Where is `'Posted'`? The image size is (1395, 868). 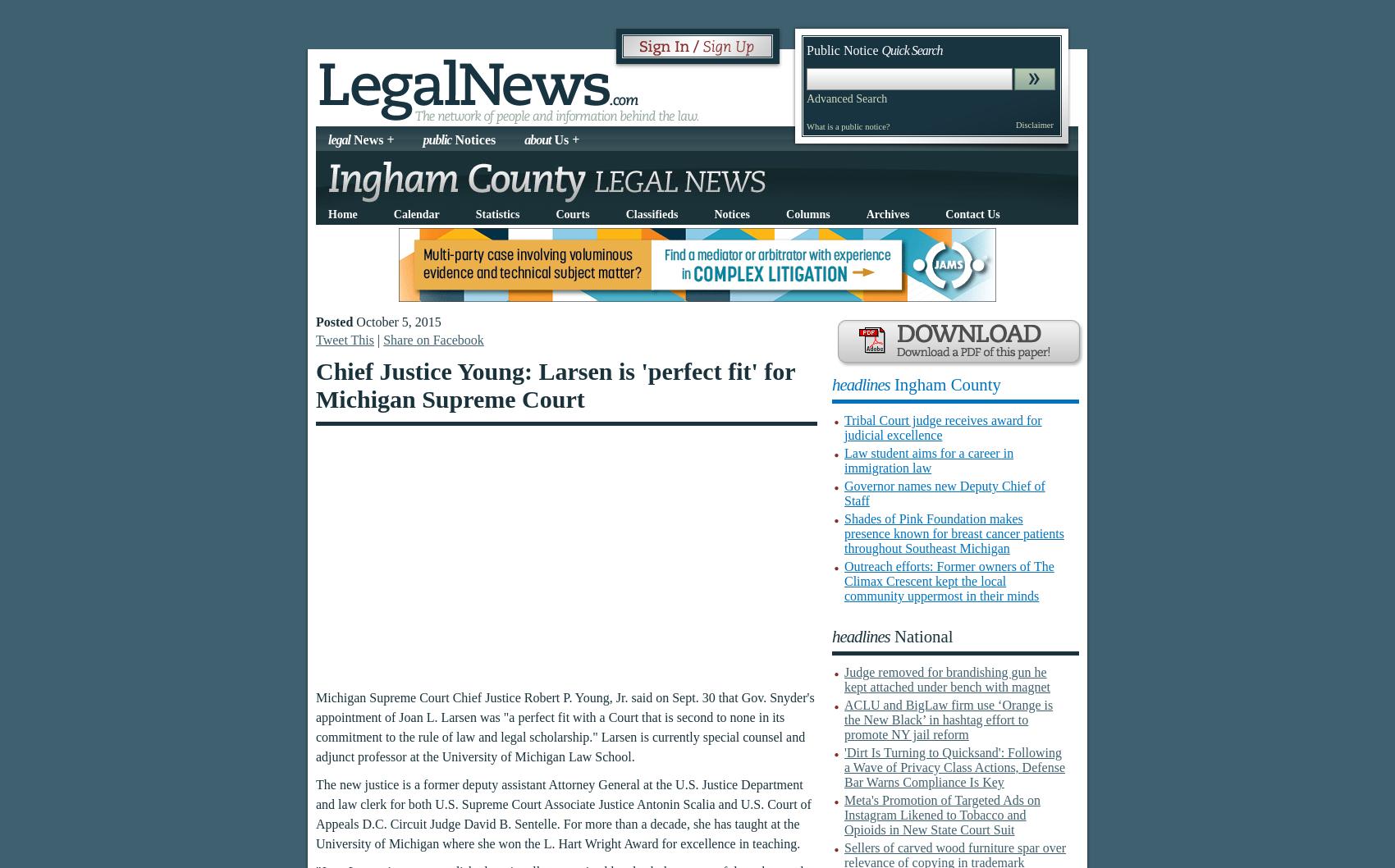
'Posted' is located at coordinates (333, 322).